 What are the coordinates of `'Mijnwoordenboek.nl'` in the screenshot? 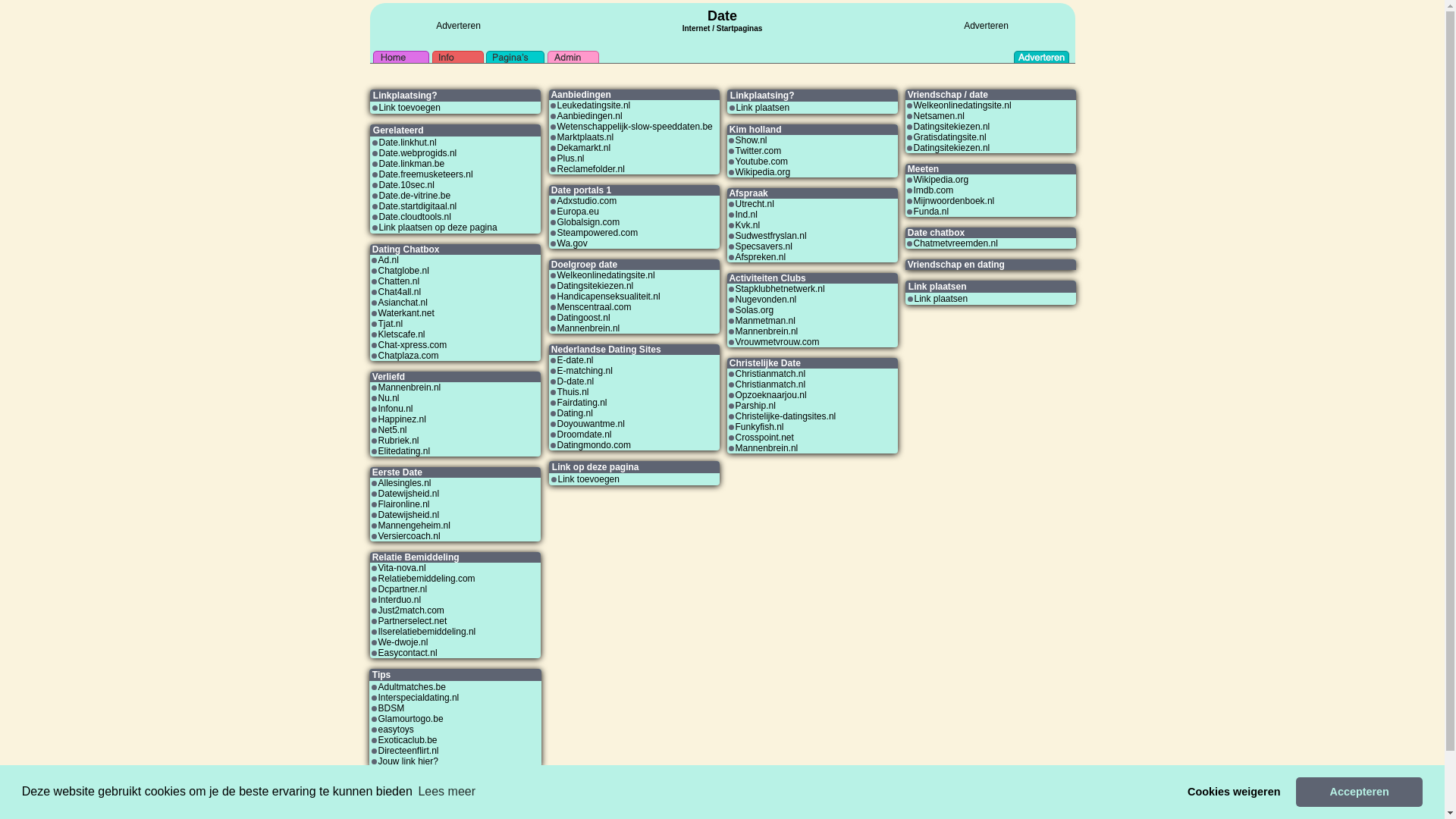 It's located at (952, 200).